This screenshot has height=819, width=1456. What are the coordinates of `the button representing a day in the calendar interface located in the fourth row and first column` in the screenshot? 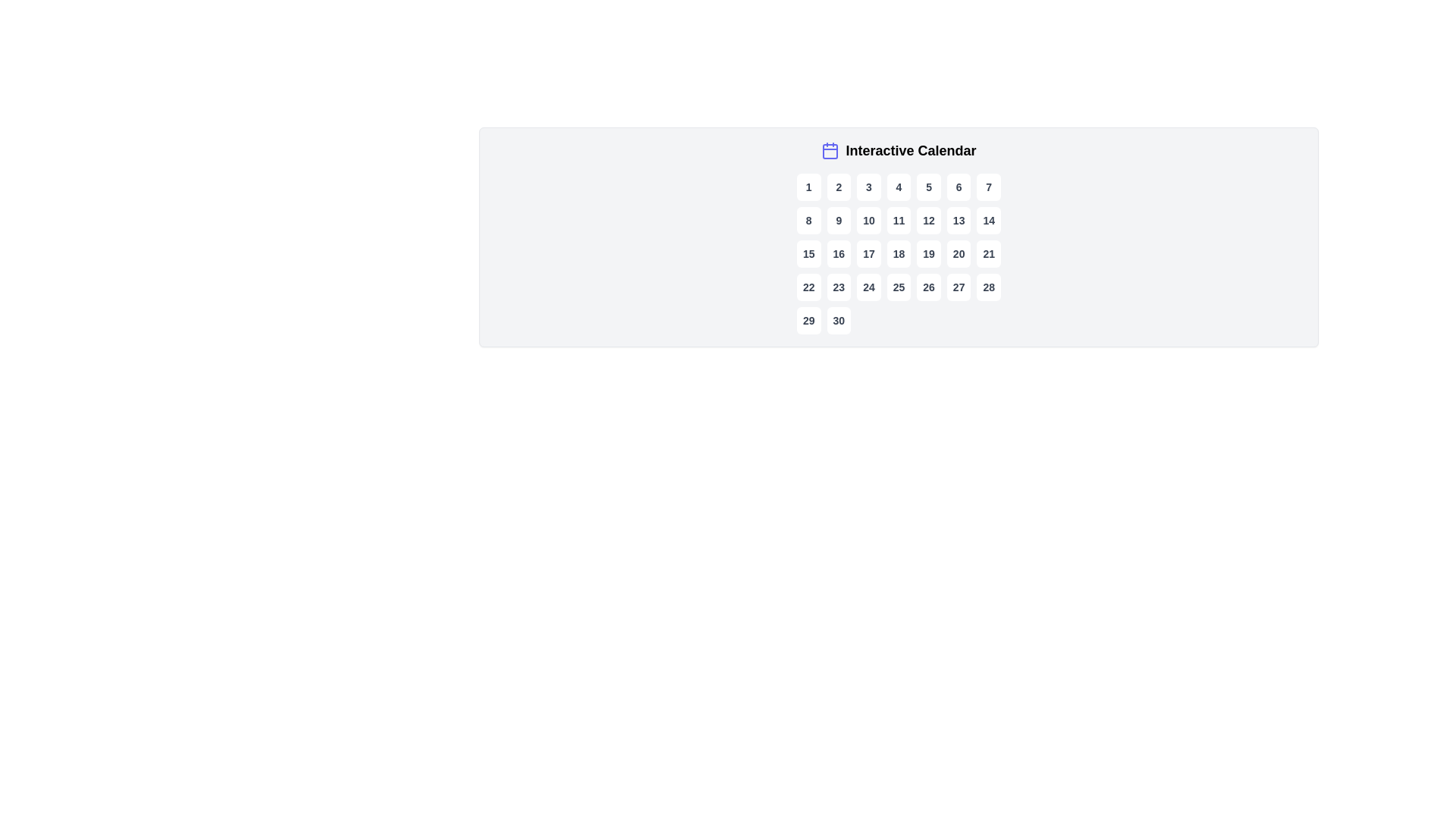 It's located at (808, 287).